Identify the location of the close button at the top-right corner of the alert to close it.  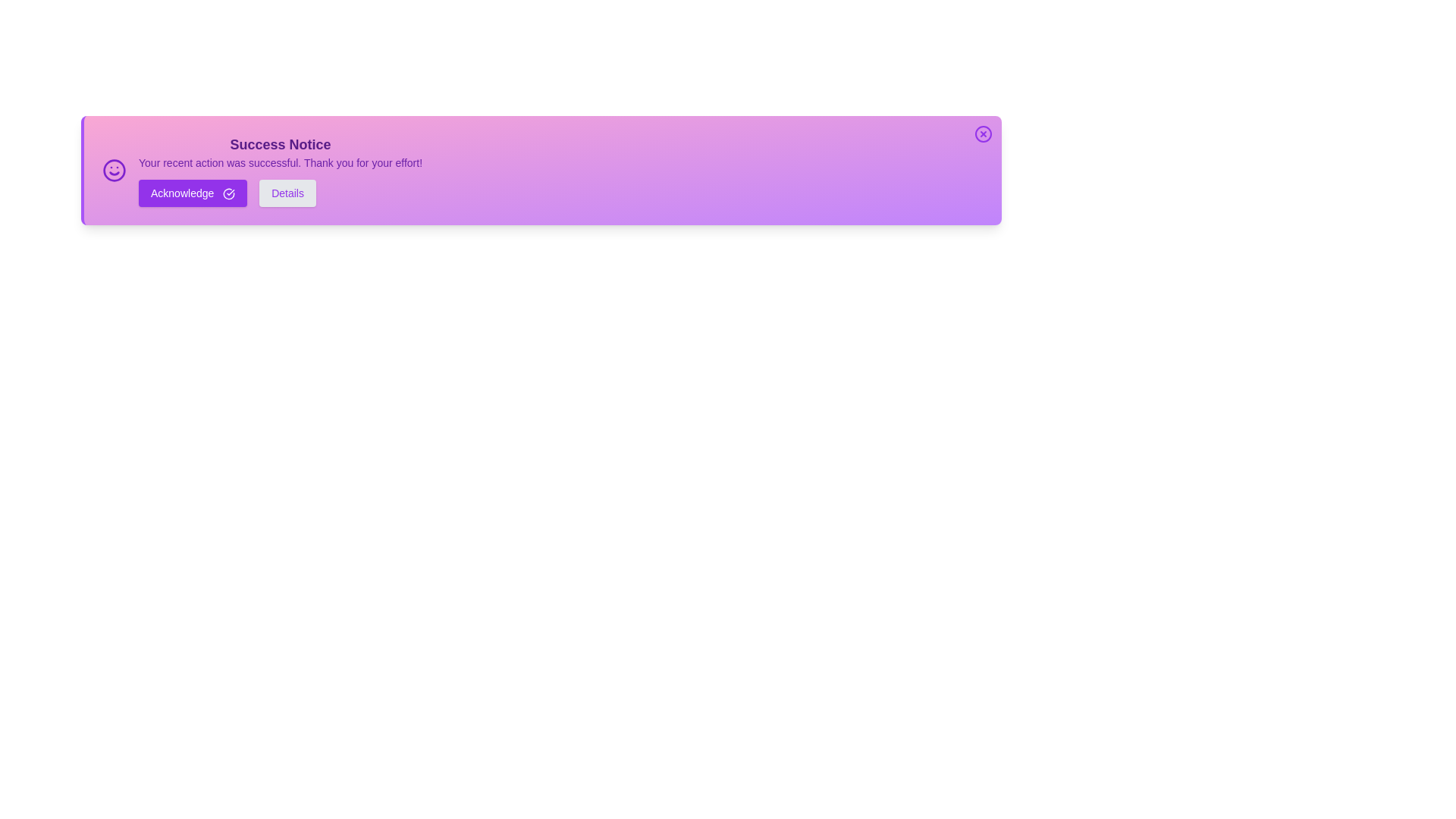
(983, 133).